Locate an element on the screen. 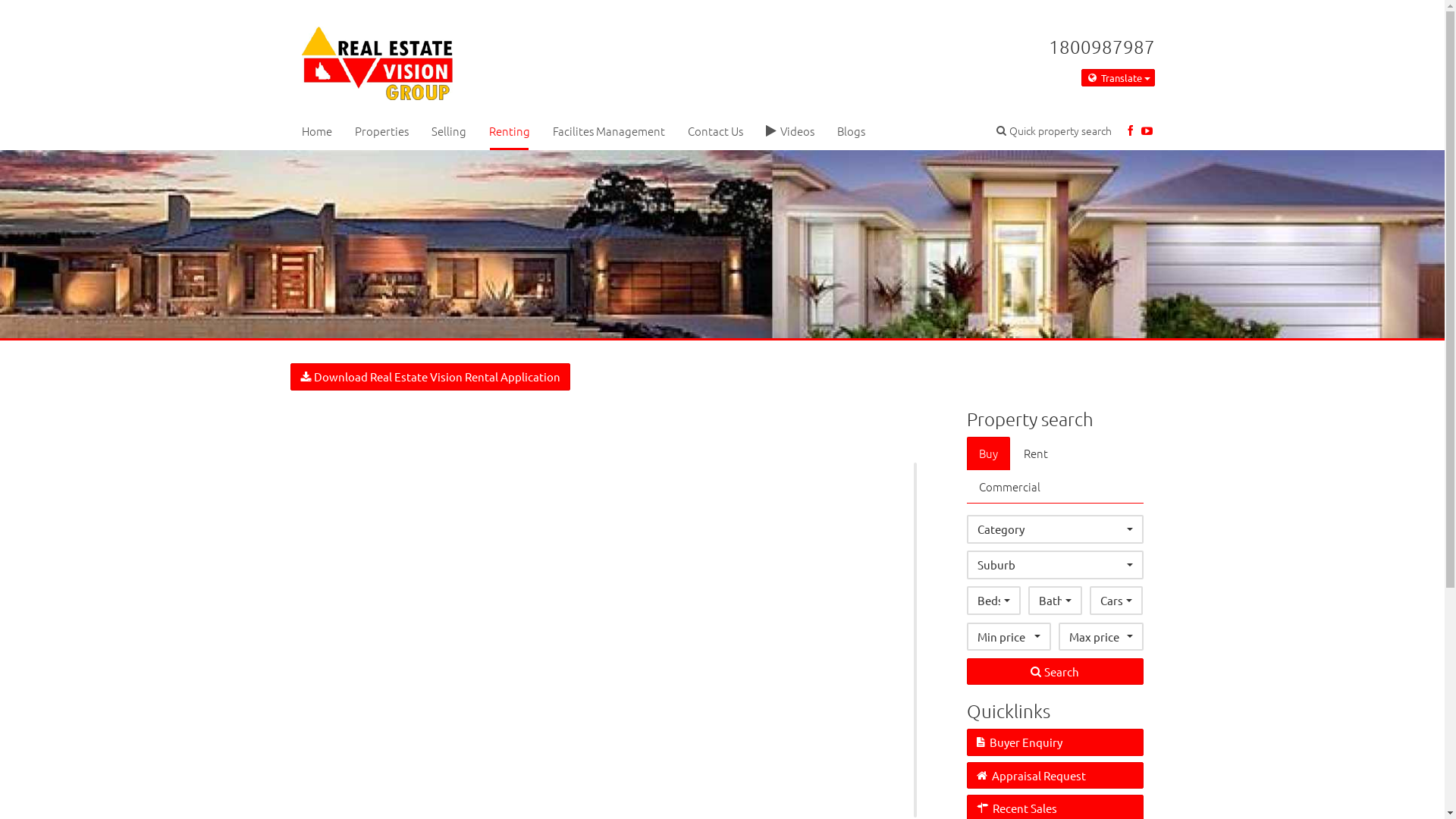 This screenshot has width=1456, height=819. 'Baths is located at coordinates (1054, 599).